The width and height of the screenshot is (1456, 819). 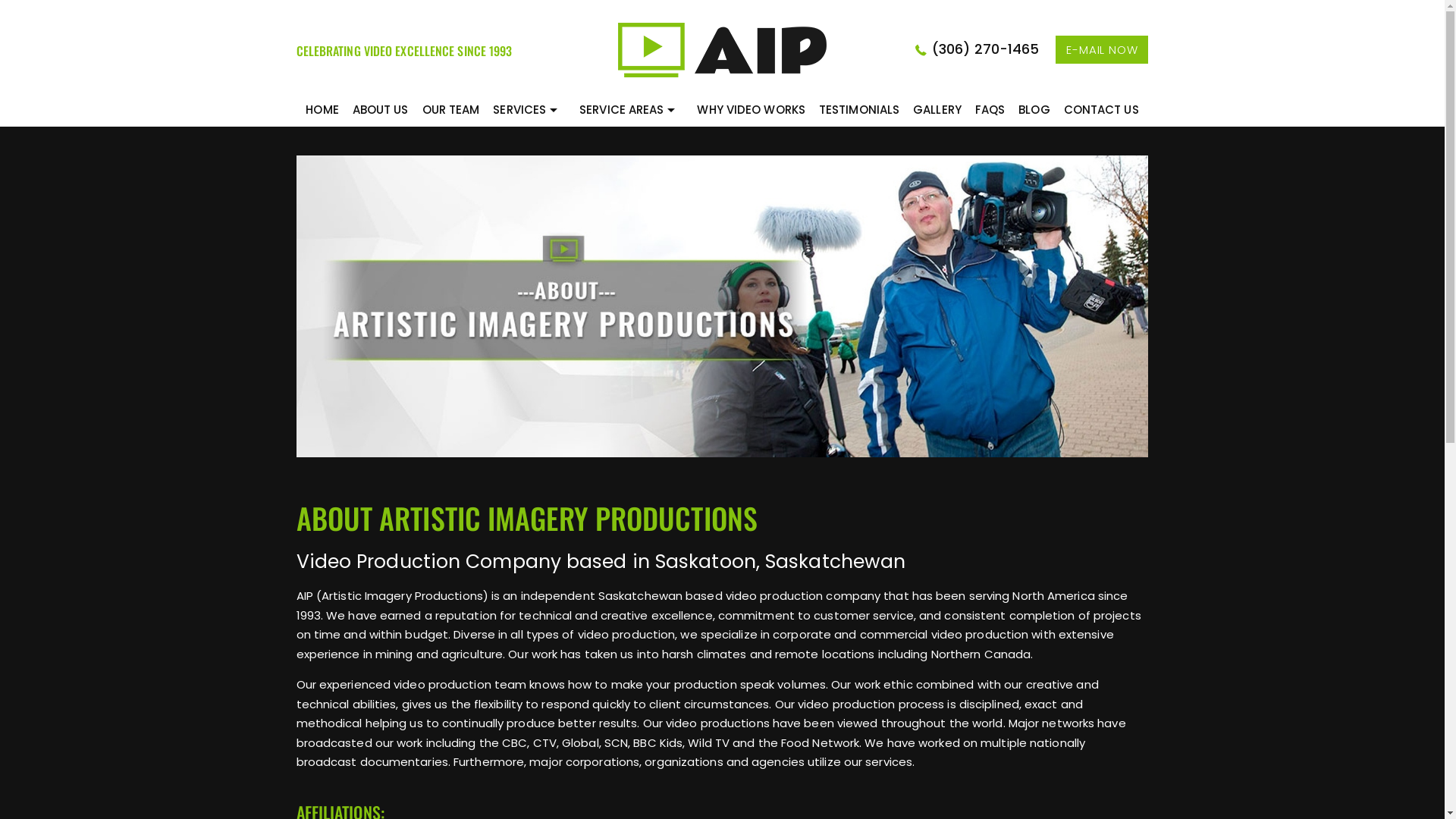 I want to click on '(306) 270-1465', so click(x=984, y=48).